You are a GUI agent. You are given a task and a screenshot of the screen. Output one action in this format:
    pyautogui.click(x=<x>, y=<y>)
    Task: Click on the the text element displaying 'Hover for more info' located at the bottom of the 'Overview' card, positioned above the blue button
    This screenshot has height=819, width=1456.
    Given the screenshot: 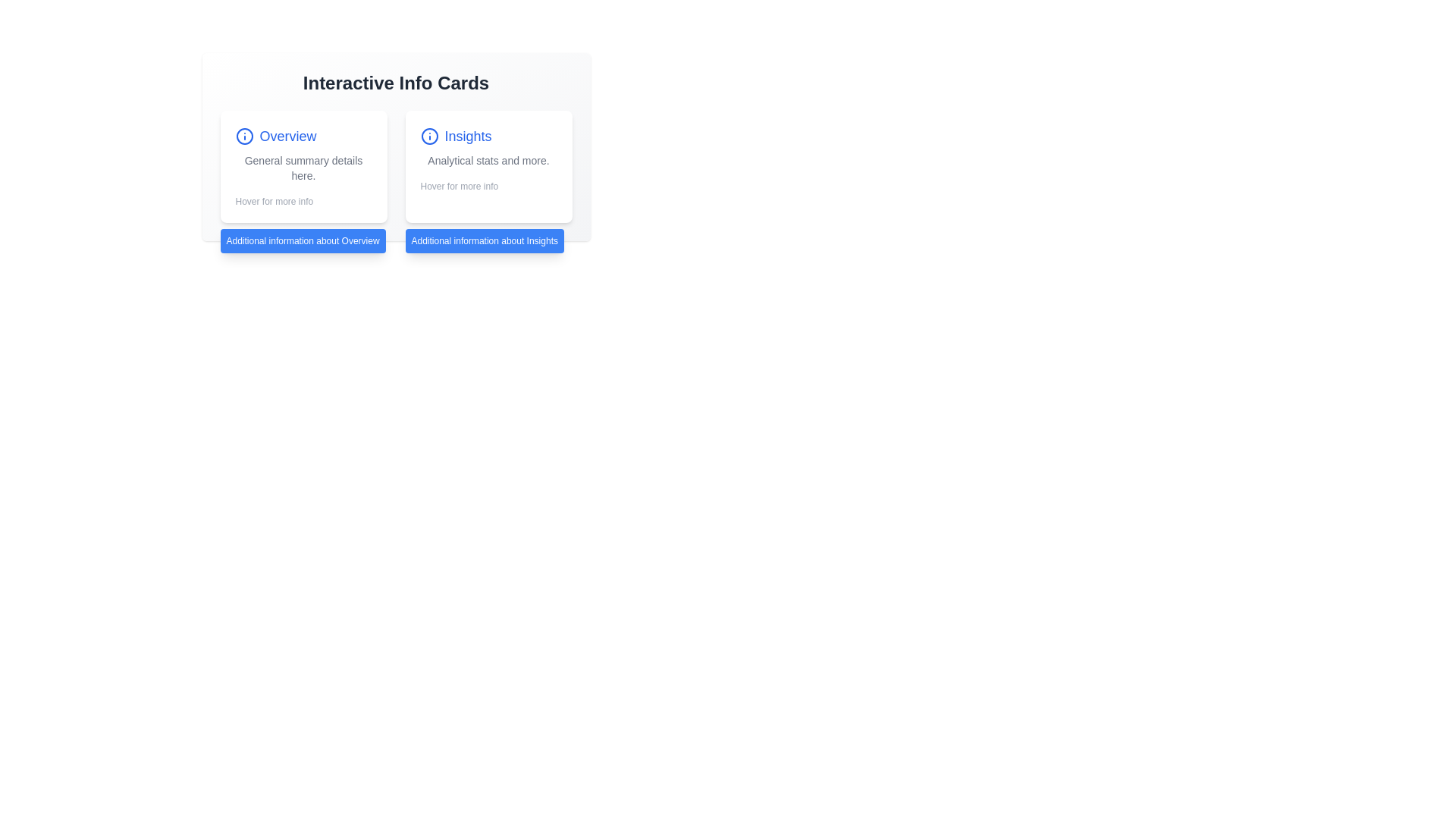 What is the action you would take?
    pyautogui.click(x=303, y=201)
    